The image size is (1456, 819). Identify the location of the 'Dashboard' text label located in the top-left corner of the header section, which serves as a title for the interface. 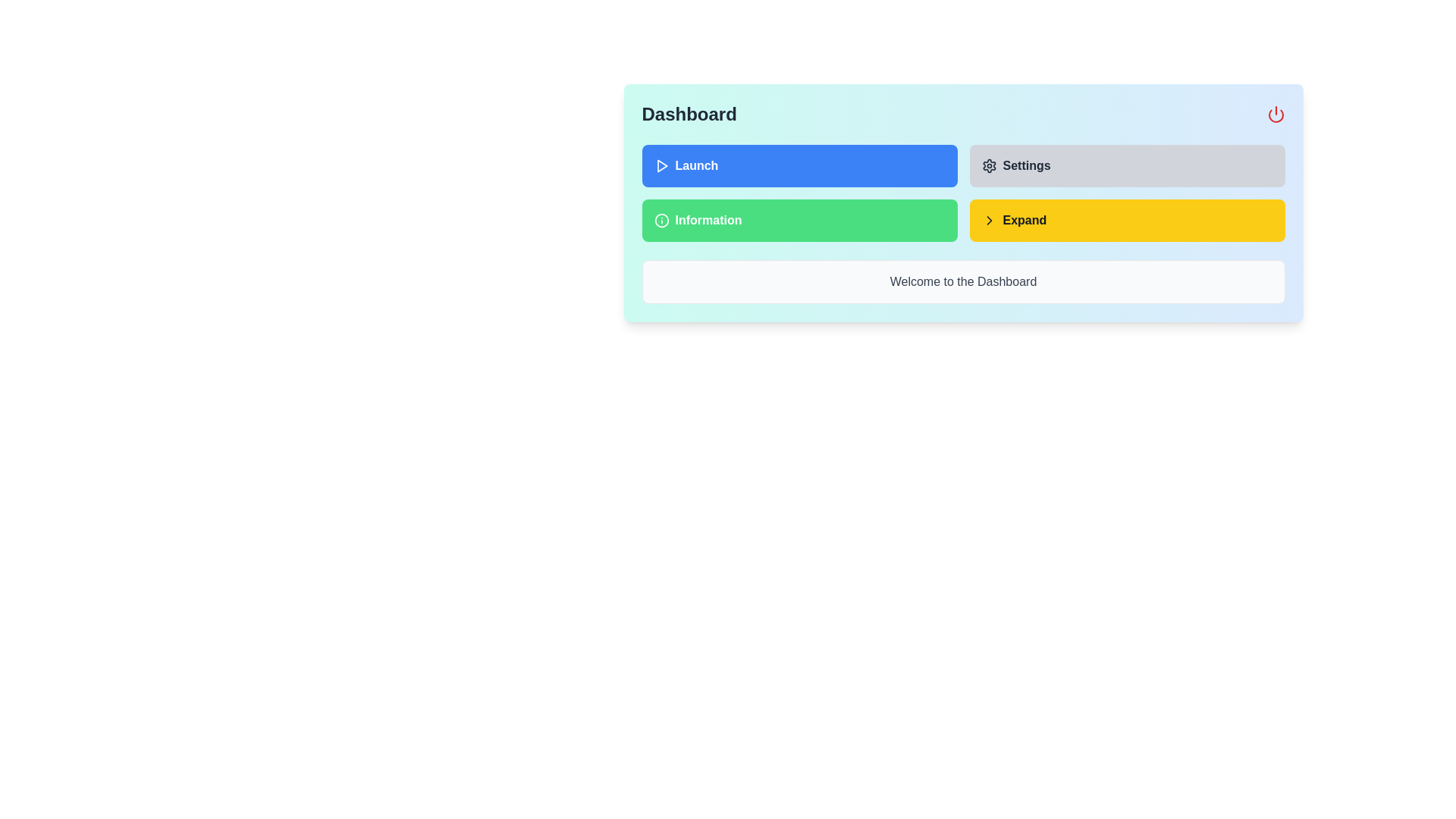
(689, 113).